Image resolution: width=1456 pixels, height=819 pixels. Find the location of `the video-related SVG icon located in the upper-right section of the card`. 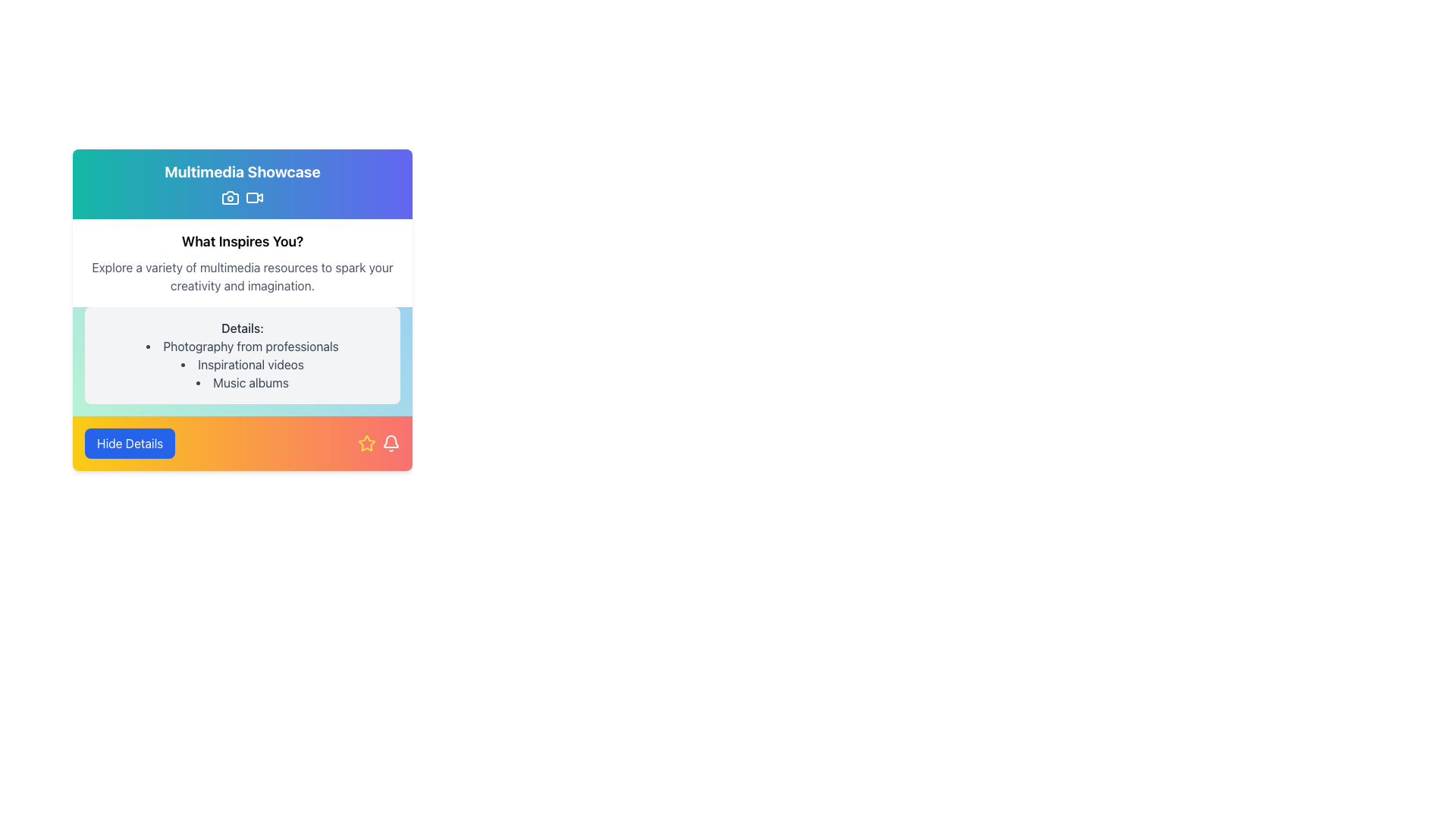

the video-related SVG icon located in the upper-right section of the card is located at coordinates (252, 197).